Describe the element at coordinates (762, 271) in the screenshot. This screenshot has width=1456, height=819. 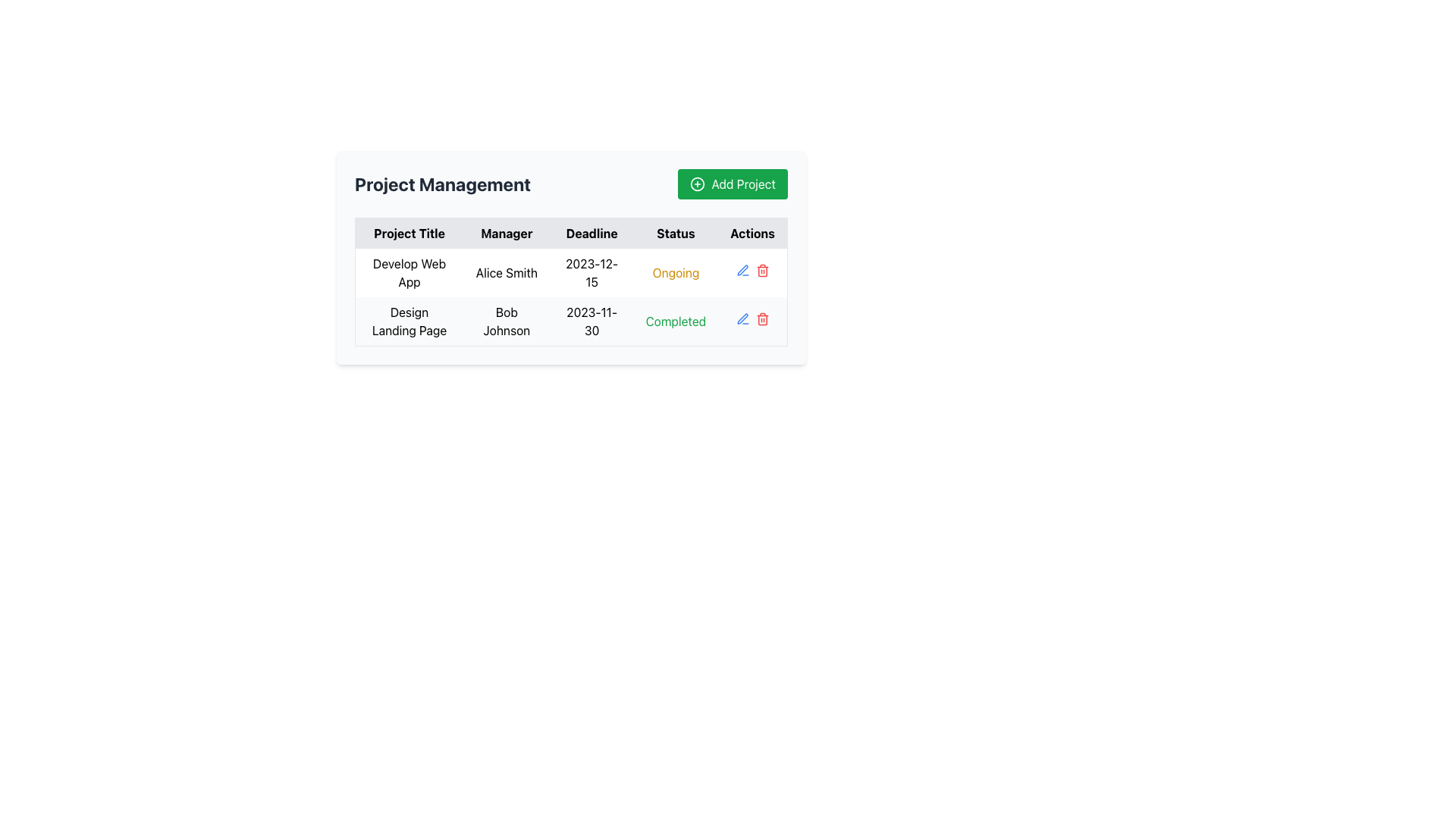
I see `the trash icon button in the 'Actions' column of the second row of the table` at that location.